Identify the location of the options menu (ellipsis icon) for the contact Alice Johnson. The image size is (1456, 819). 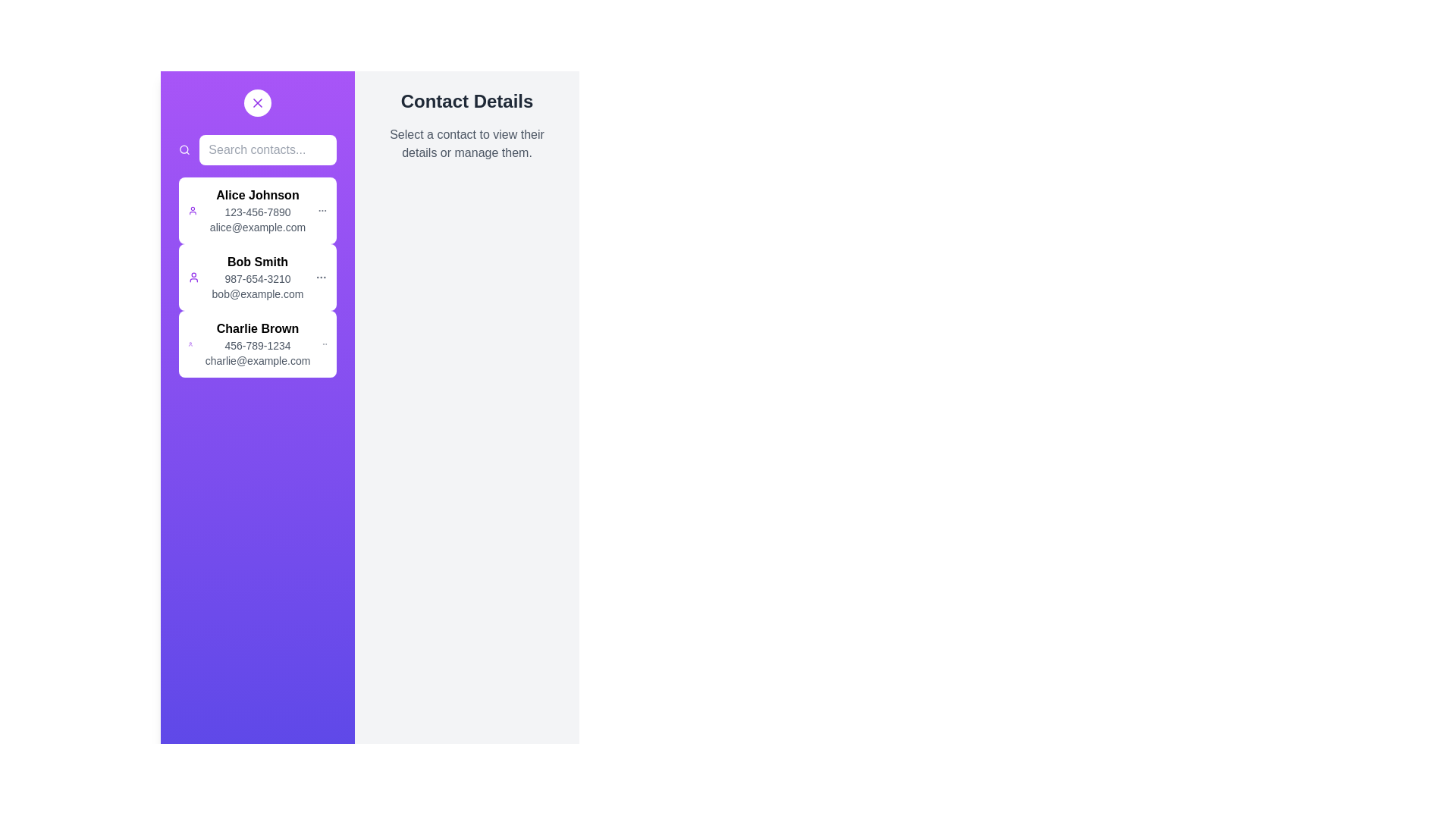
(322, 210).